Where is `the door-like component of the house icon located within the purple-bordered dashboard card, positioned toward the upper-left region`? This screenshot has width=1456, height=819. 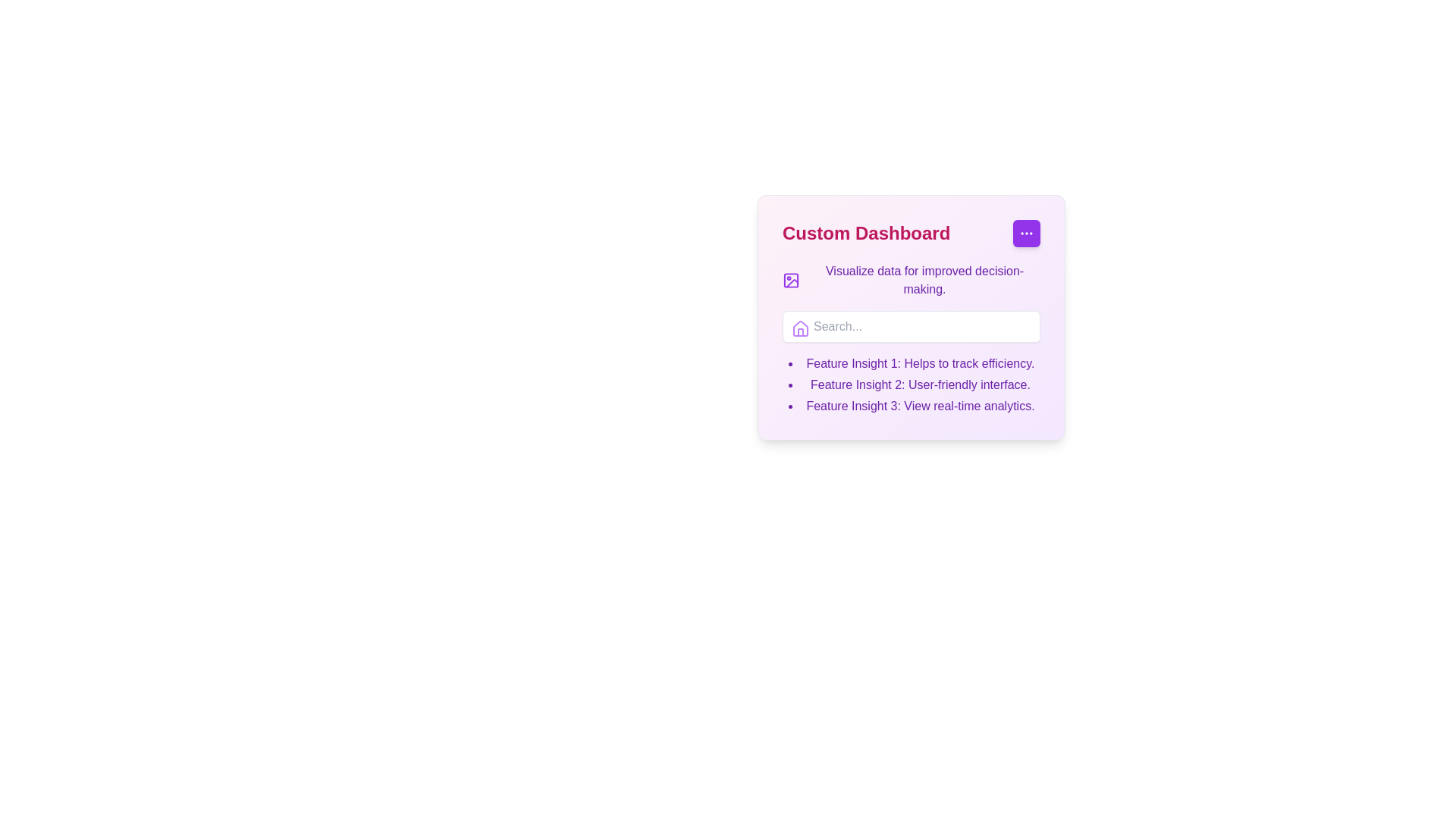
the door-like component of the house icon located within the purple-bordered dashboard card, positioned toward the upper-left region is located at coordinates (800, 331).